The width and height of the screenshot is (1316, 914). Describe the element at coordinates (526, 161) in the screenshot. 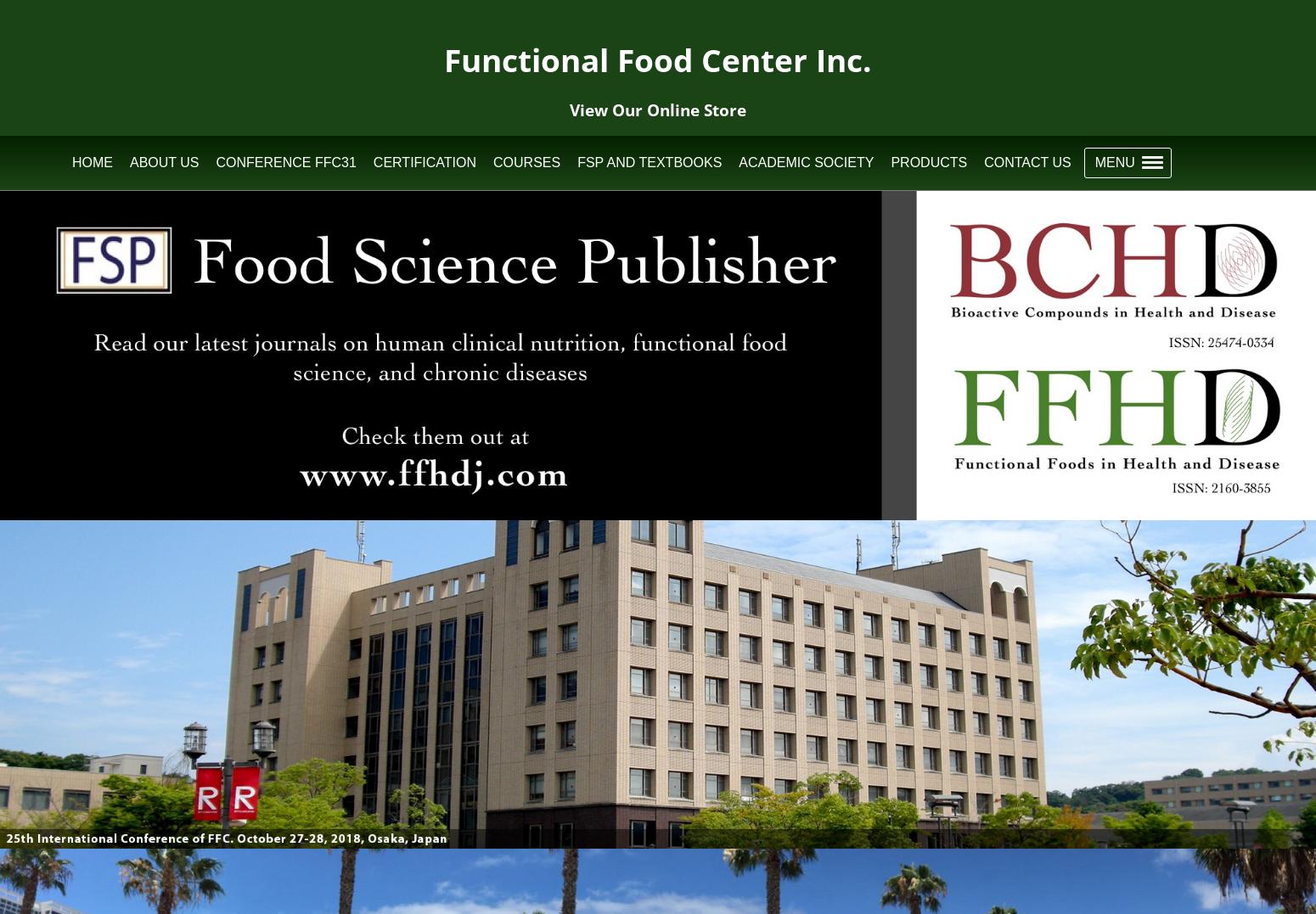

I see `'Courses'` at that location.